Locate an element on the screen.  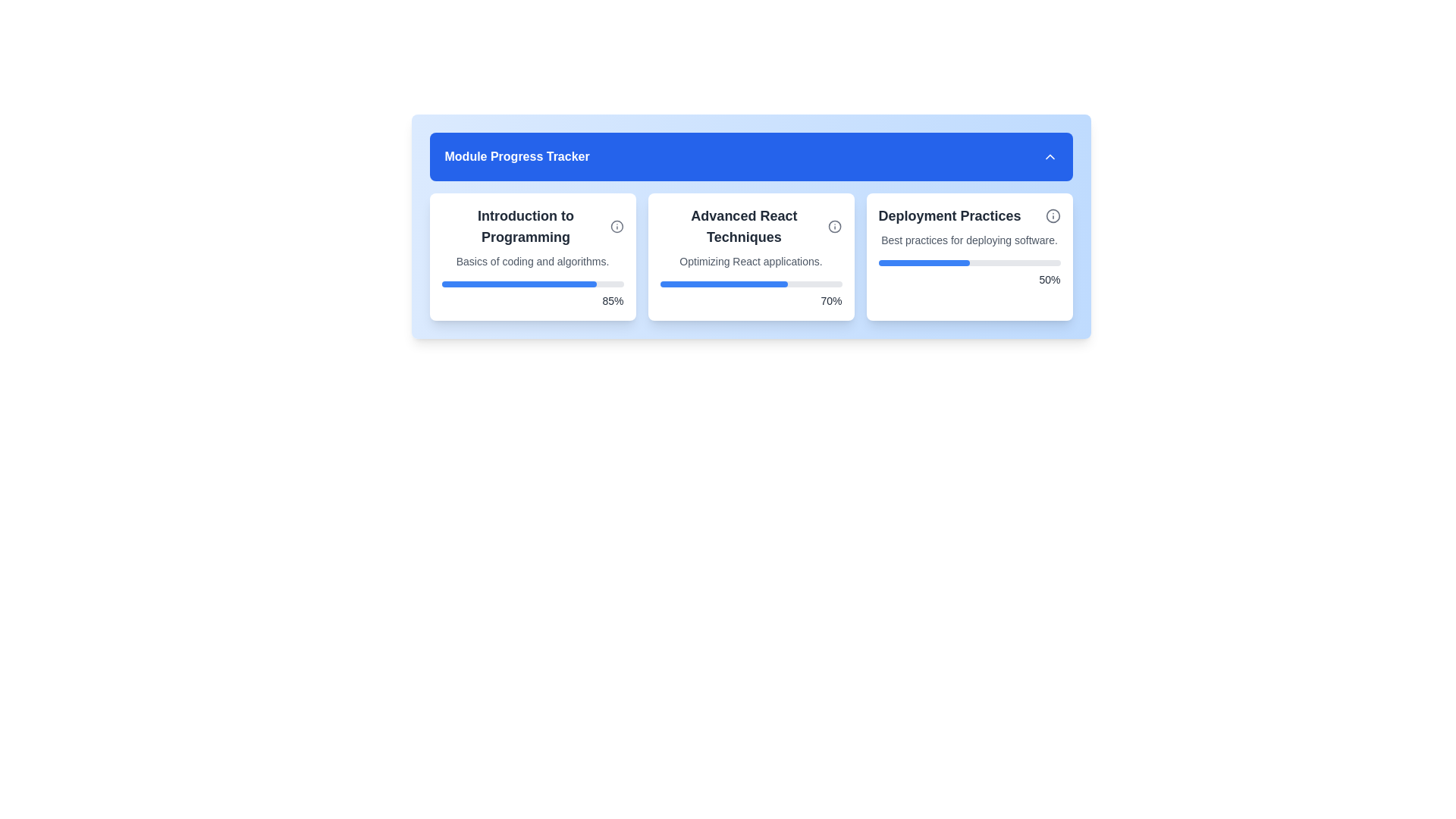
the informational icon located to the right of the 'Deployment Practices' headline is located at coordinates (1052, 216).